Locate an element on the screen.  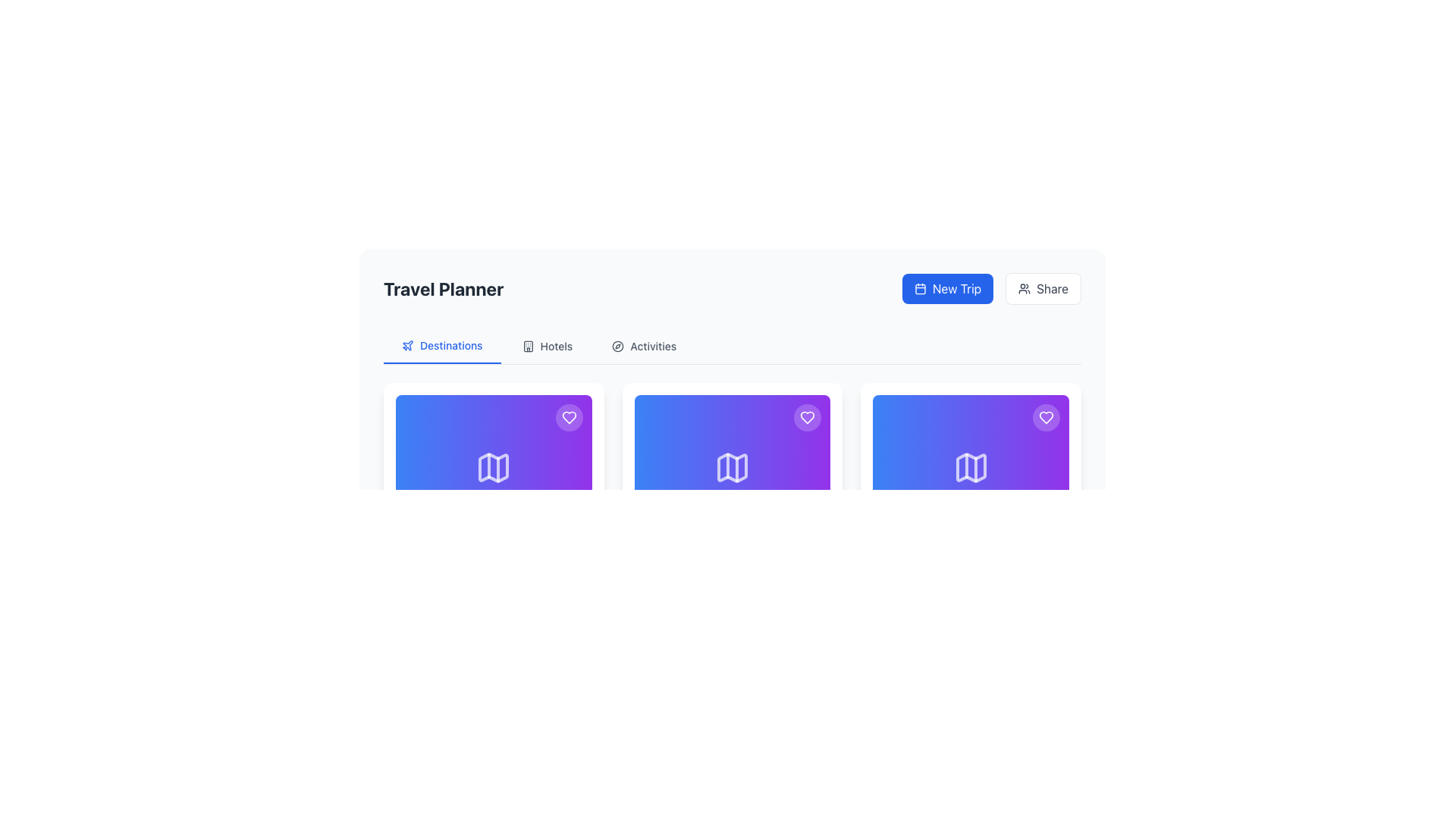
the hotel building icon in the horizontal navigation menu under the text 'Hotels', which is positioned second after 'Destinations' is located at coordinates (528, 346).